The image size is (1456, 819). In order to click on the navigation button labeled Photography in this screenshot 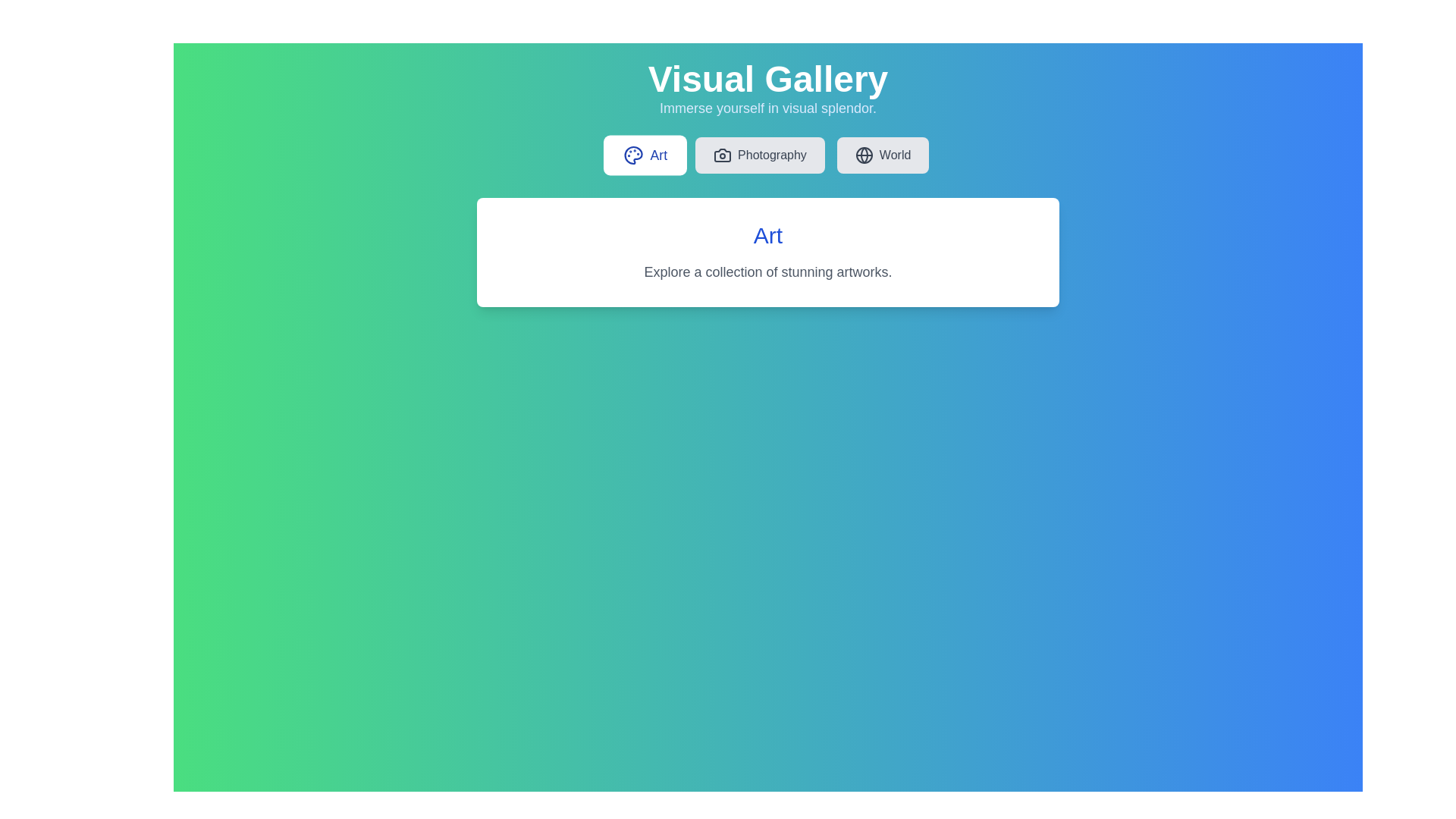, I will do `click(760, 155)`.